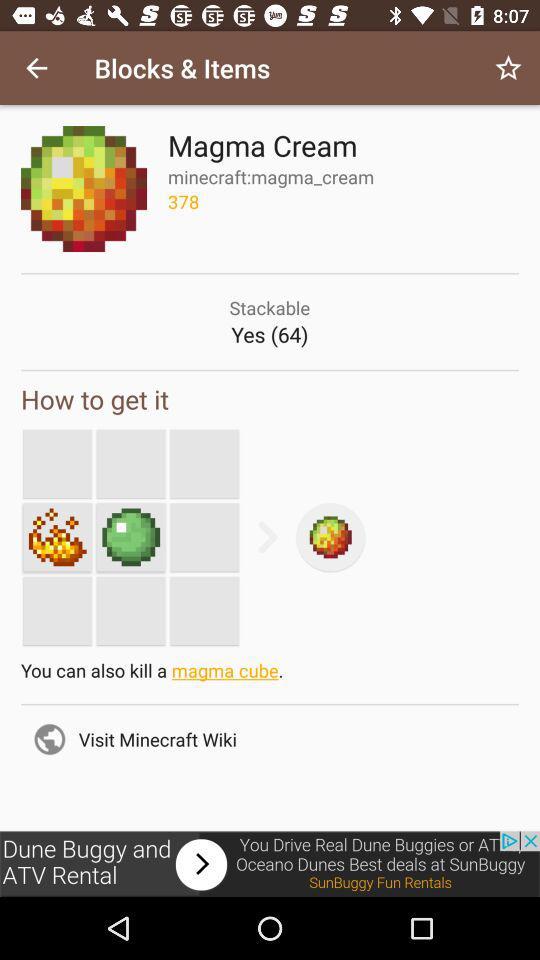 The image size is (540, 960). What do you see at coordinates (270, 675) in the screenshot?
I see `the you can also` at bounding box center [270, 675].